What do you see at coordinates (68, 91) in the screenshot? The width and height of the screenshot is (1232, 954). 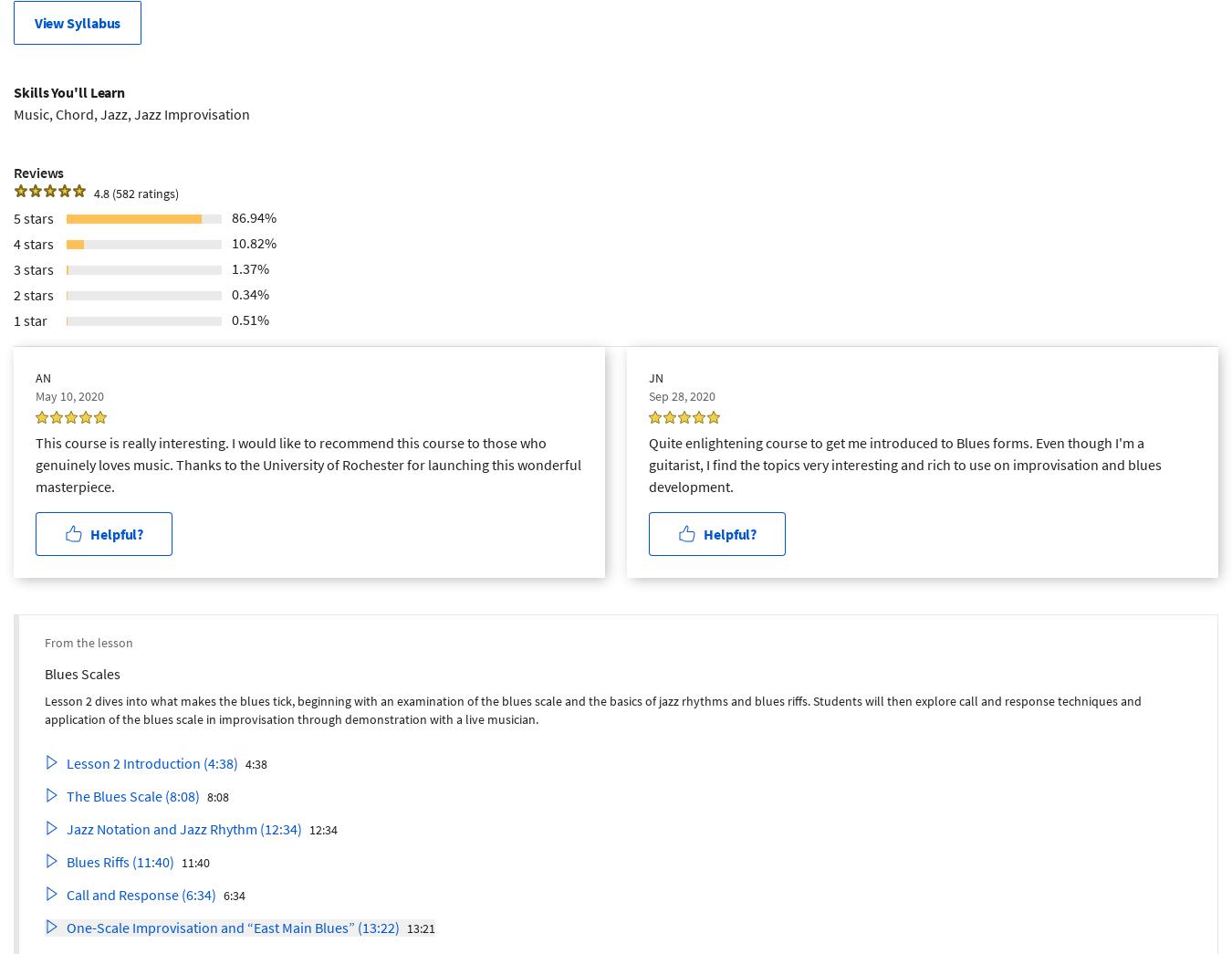 I see `'Skills You'll Learn'` at bounding box center [68, 91].